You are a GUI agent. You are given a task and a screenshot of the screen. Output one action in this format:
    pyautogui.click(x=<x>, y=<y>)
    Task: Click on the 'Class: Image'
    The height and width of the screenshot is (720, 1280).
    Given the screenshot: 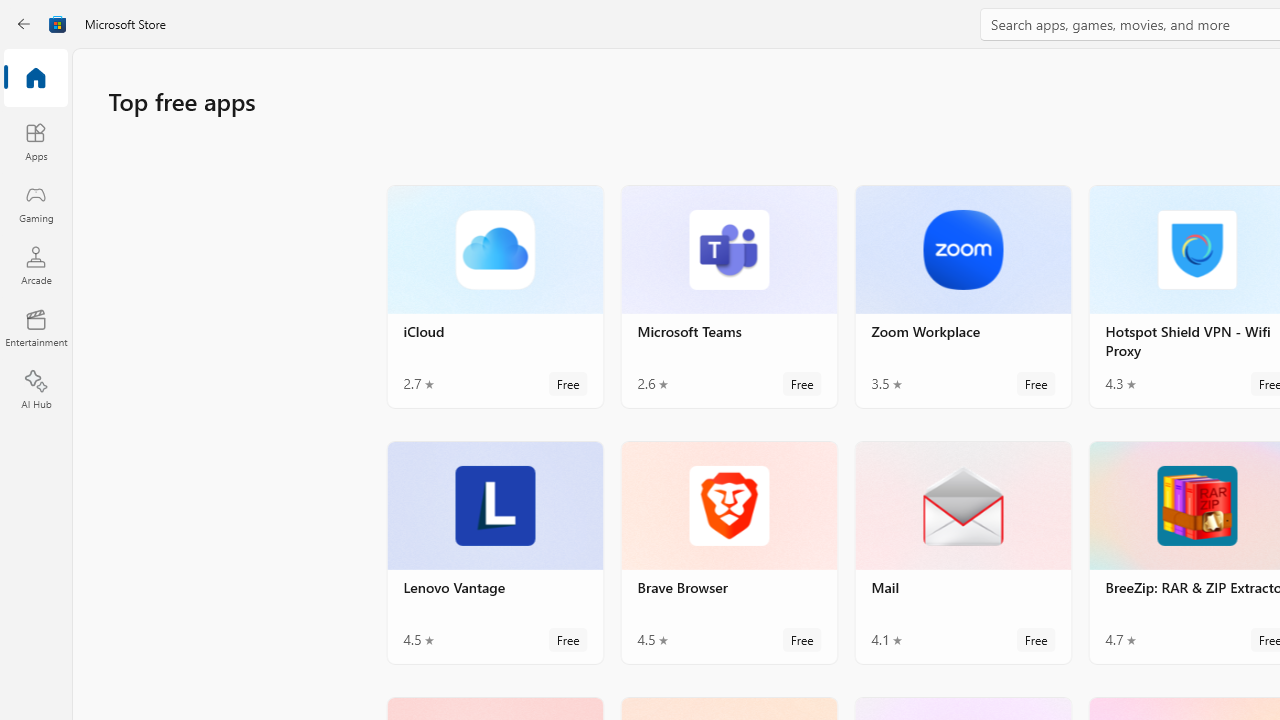 What is the action you would take?
    pyautogui.click(x=58, y=24)
    